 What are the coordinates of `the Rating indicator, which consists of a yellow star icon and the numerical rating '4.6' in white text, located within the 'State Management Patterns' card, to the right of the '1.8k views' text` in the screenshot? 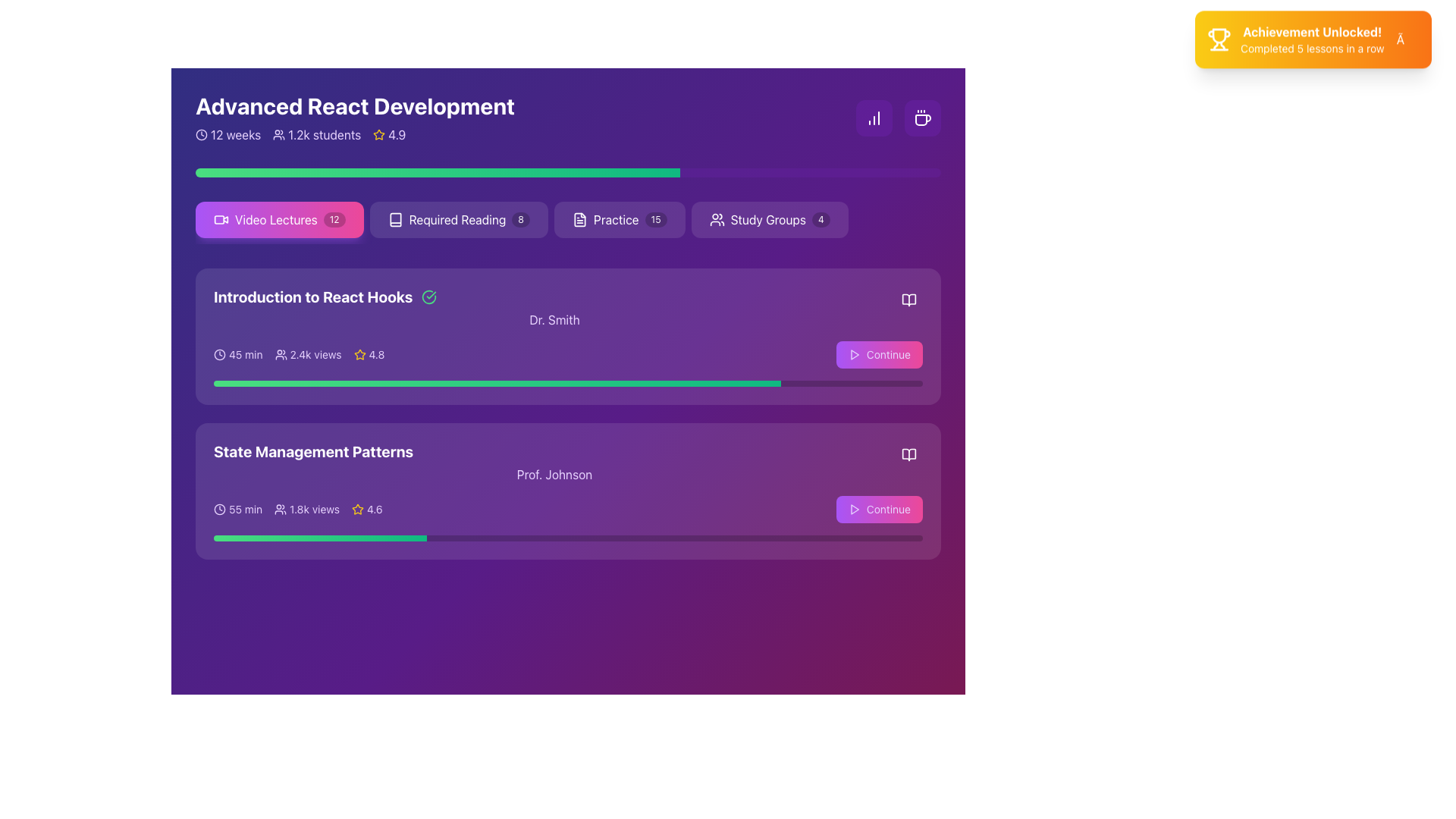 It's located at (367, 509).